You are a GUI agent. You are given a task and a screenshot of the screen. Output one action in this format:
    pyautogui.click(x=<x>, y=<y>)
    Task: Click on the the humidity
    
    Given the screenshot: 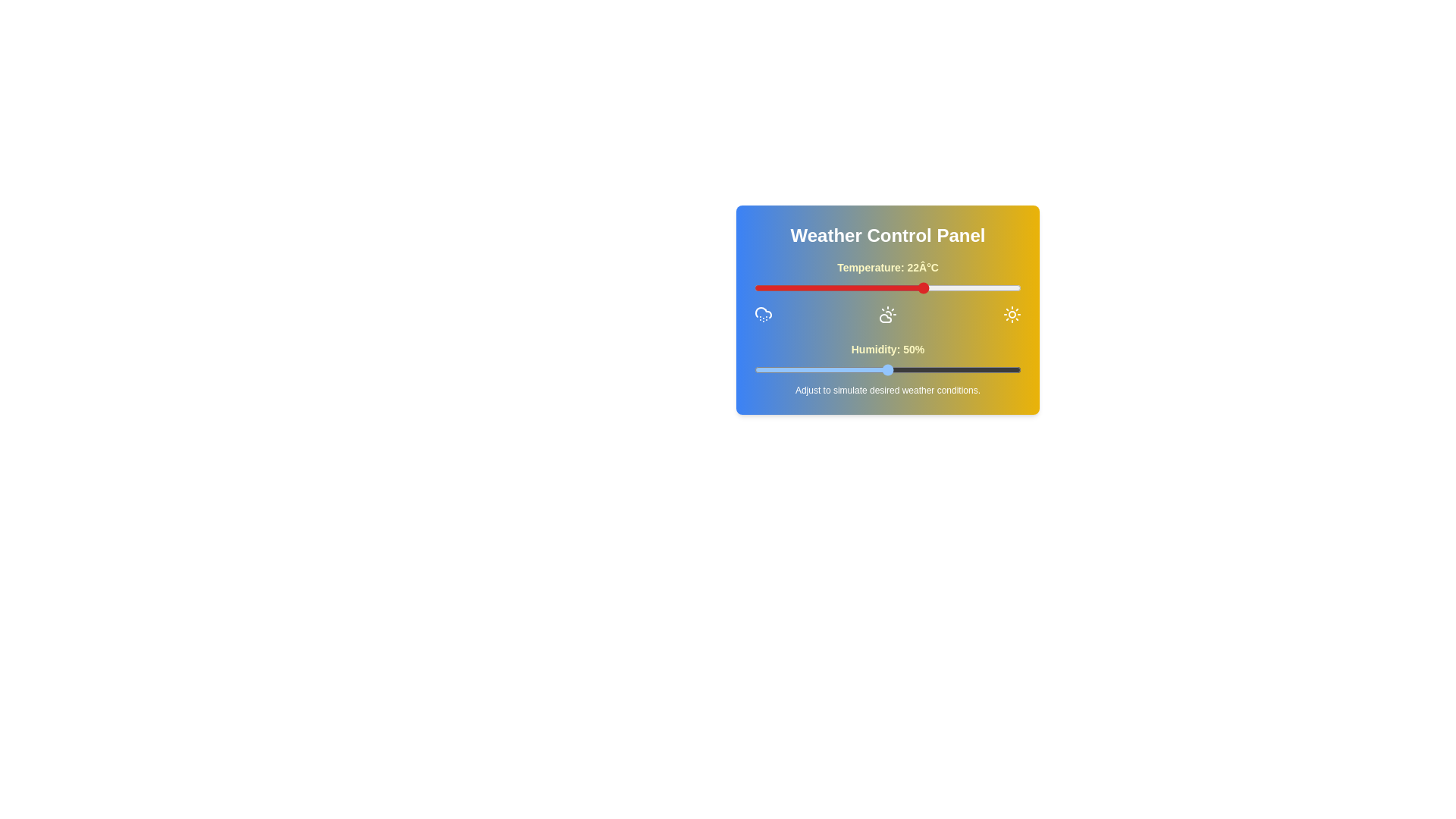 What is the action you would take?
    pyautogui.click(x=906, y=370)
    